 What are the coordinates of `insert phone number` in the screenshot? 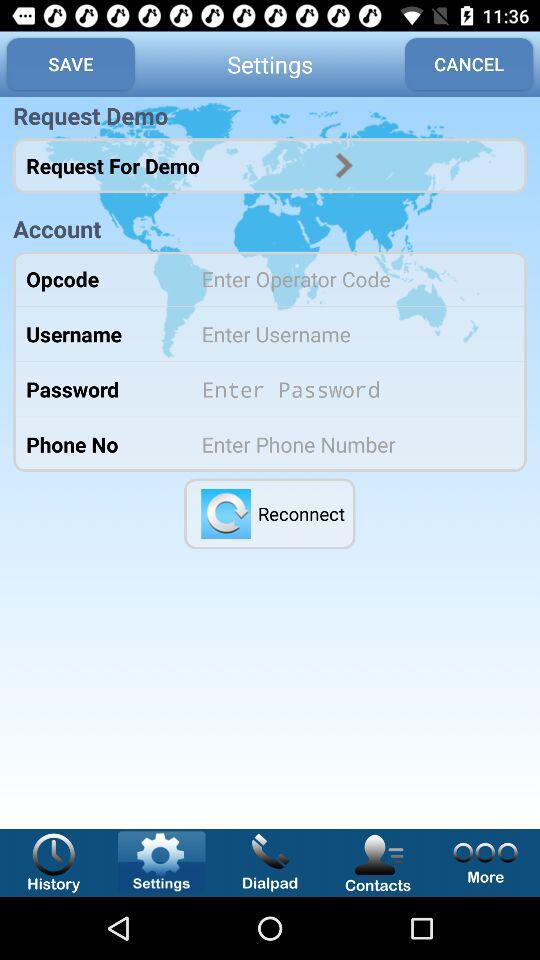 It's located at (350, 444).